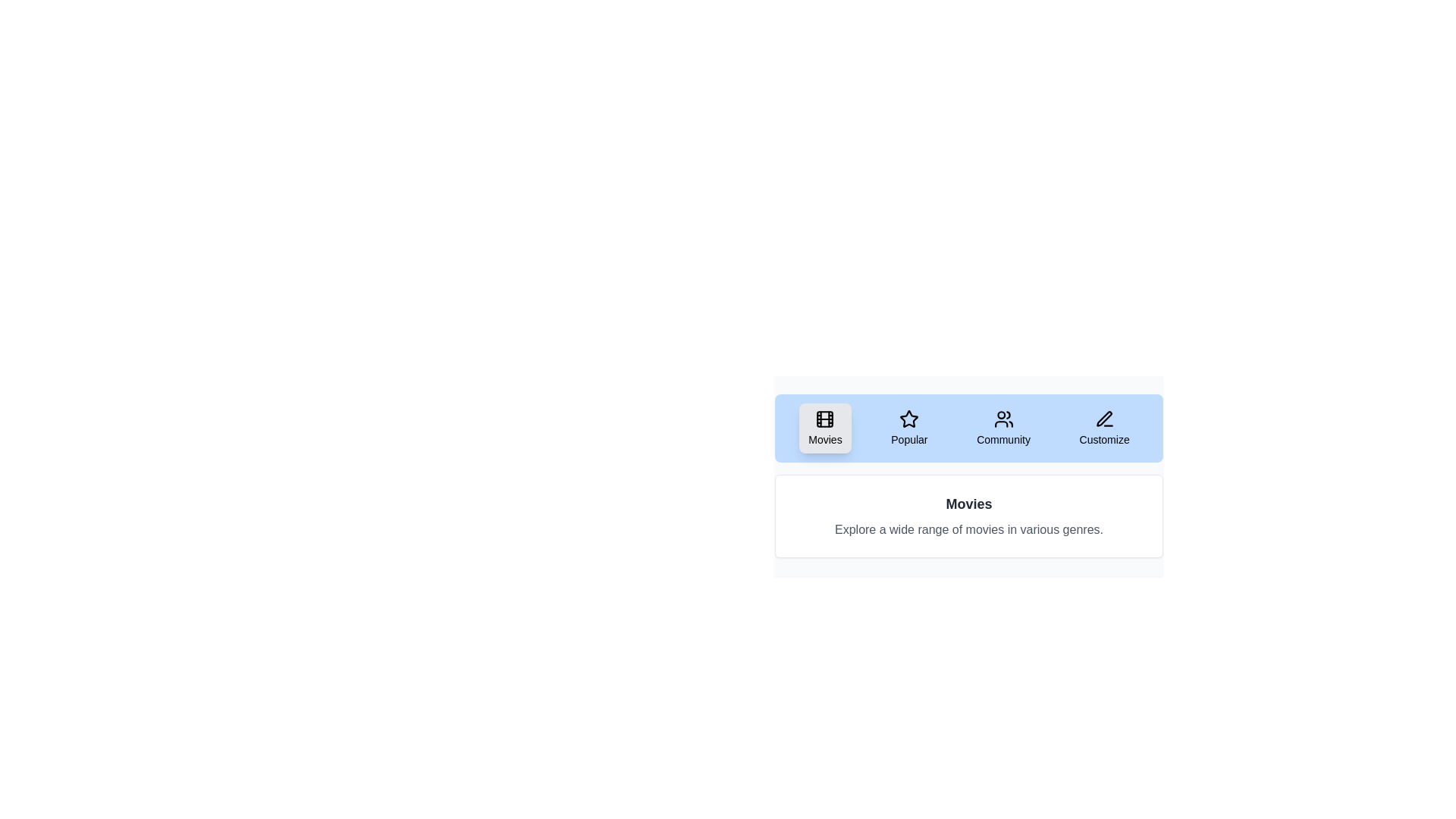 Image resolution: width=1456 pixels, height=819 pixels. What do you see at coordinates (824, 428) in the screenshot?
I see `the tab labeled Movies to switch the displayed content` at bounding box center [824, 428].